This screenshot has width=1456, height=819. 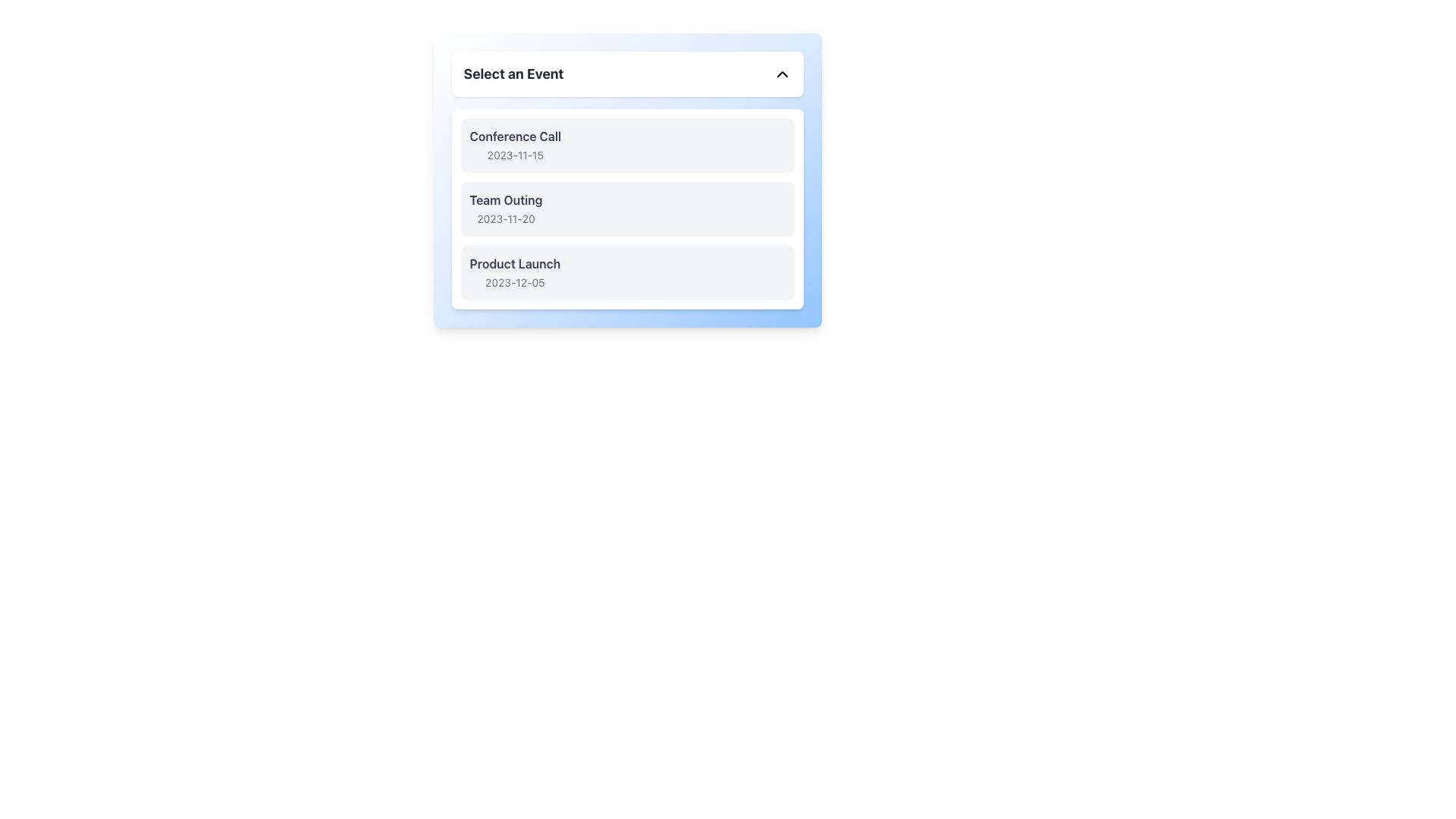 I want to click on the text label representing the event 'Team Outing' scheduled for '2023-11-20', so click(x=506, y=209).